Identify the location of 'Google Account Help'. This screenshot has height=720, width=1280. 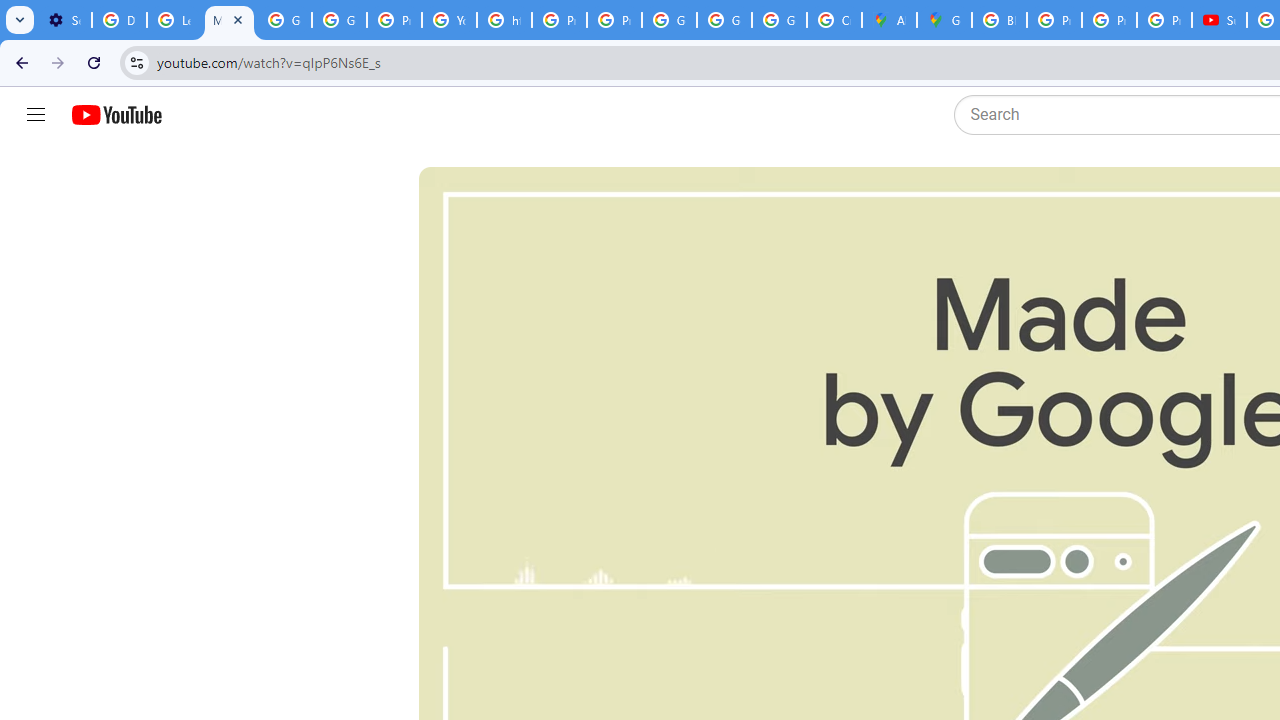
(283, 20).